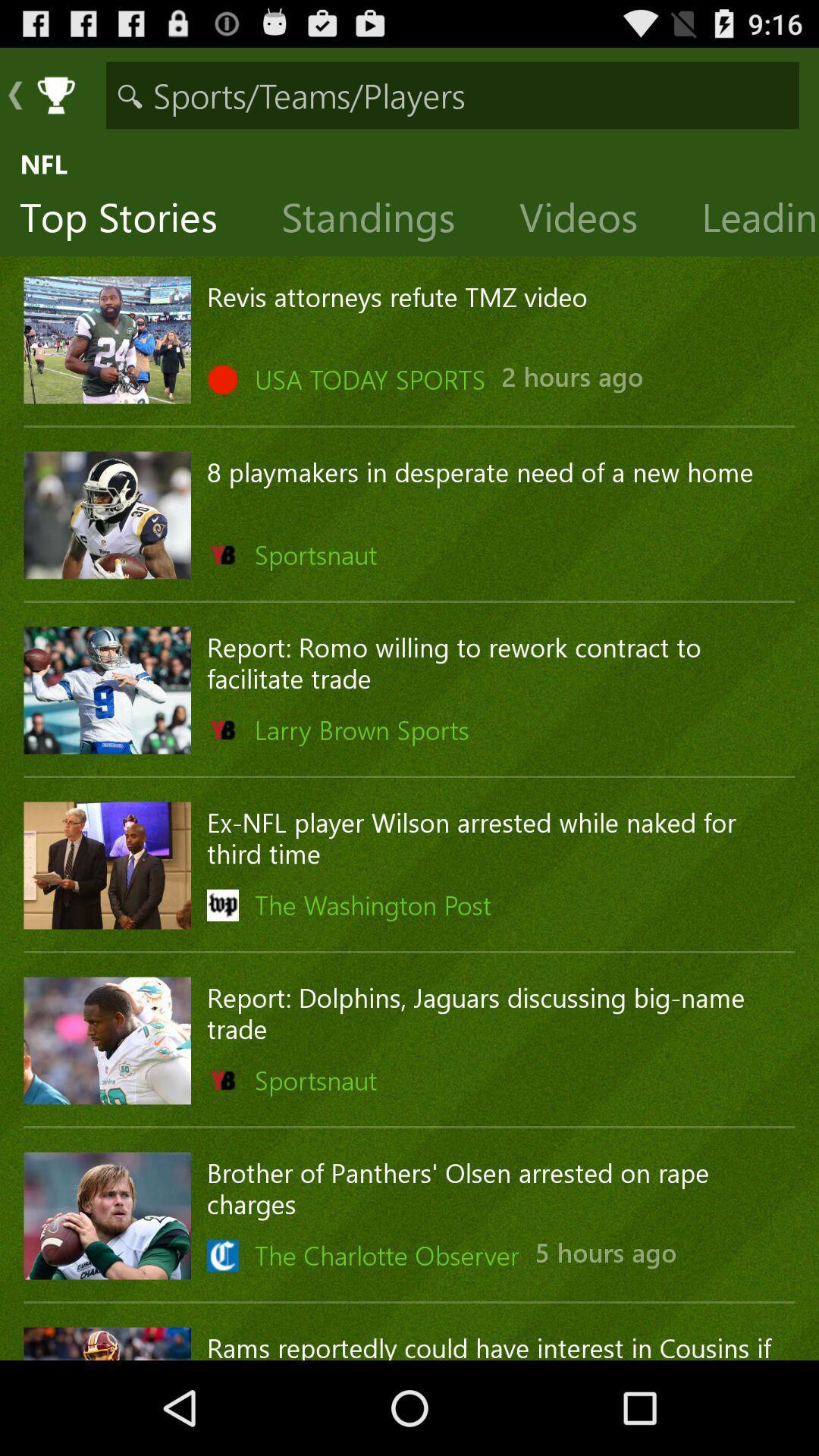  What do you see at coordinates (589, 220) in the screenshot?
I see `videos item` at bounding box center [589, 220].